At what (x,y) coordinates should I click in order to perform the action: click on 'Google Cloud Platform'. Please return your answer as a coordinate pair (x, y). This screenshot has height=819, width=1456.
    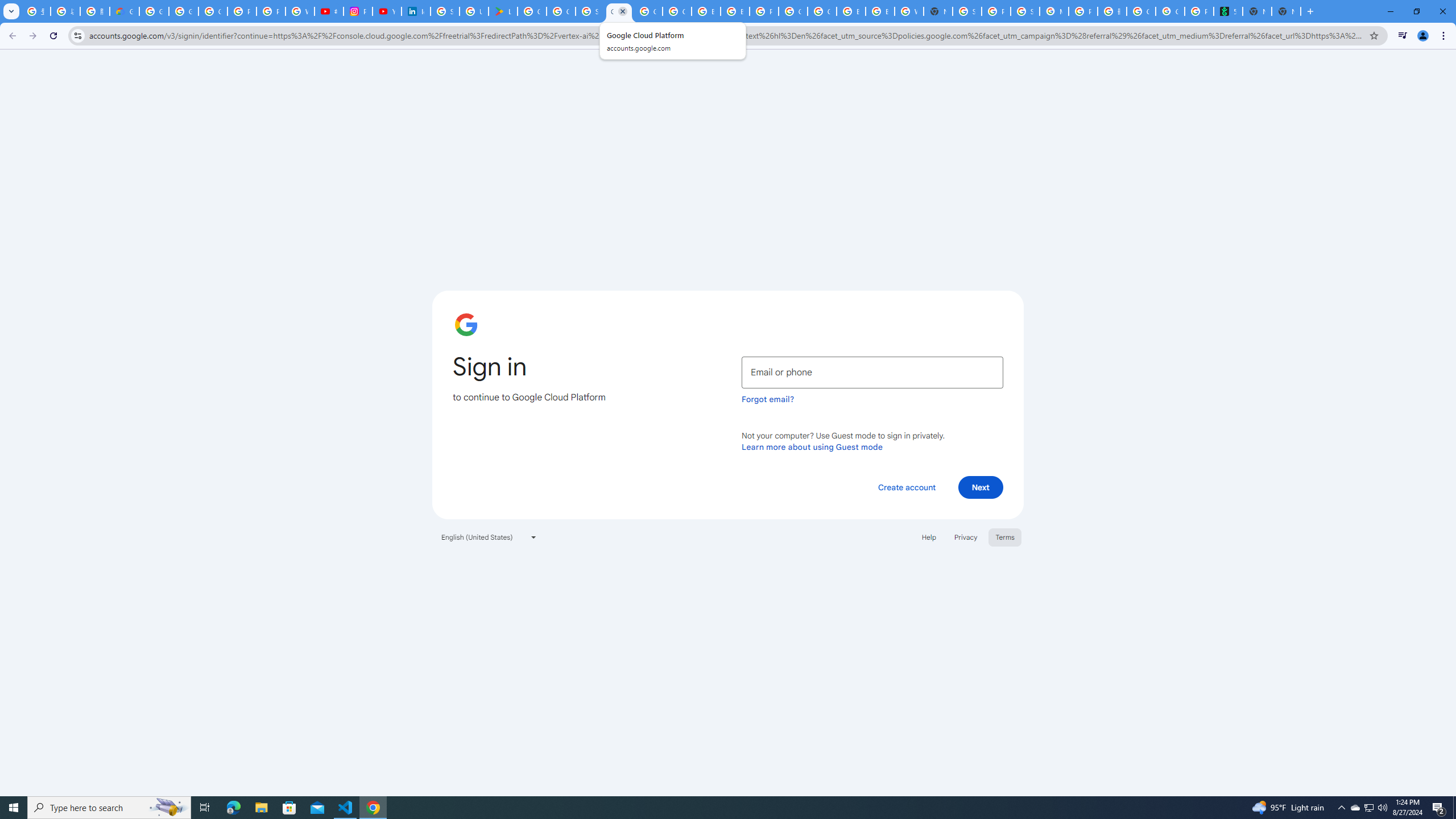
    Looking at the image, I should click on (619, 11).